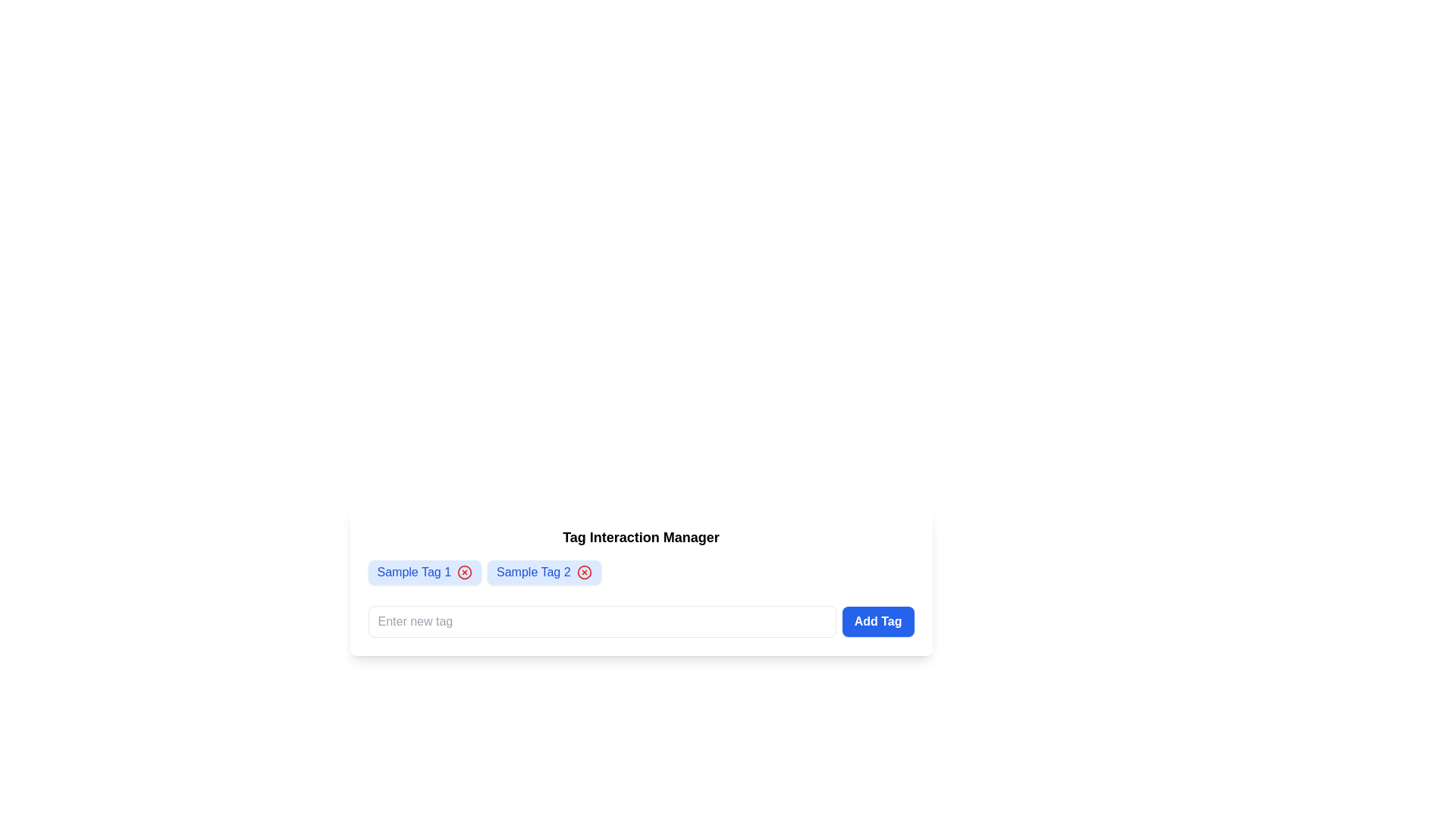  I want to click on the first tag in the tagging system, so click(425, 573).